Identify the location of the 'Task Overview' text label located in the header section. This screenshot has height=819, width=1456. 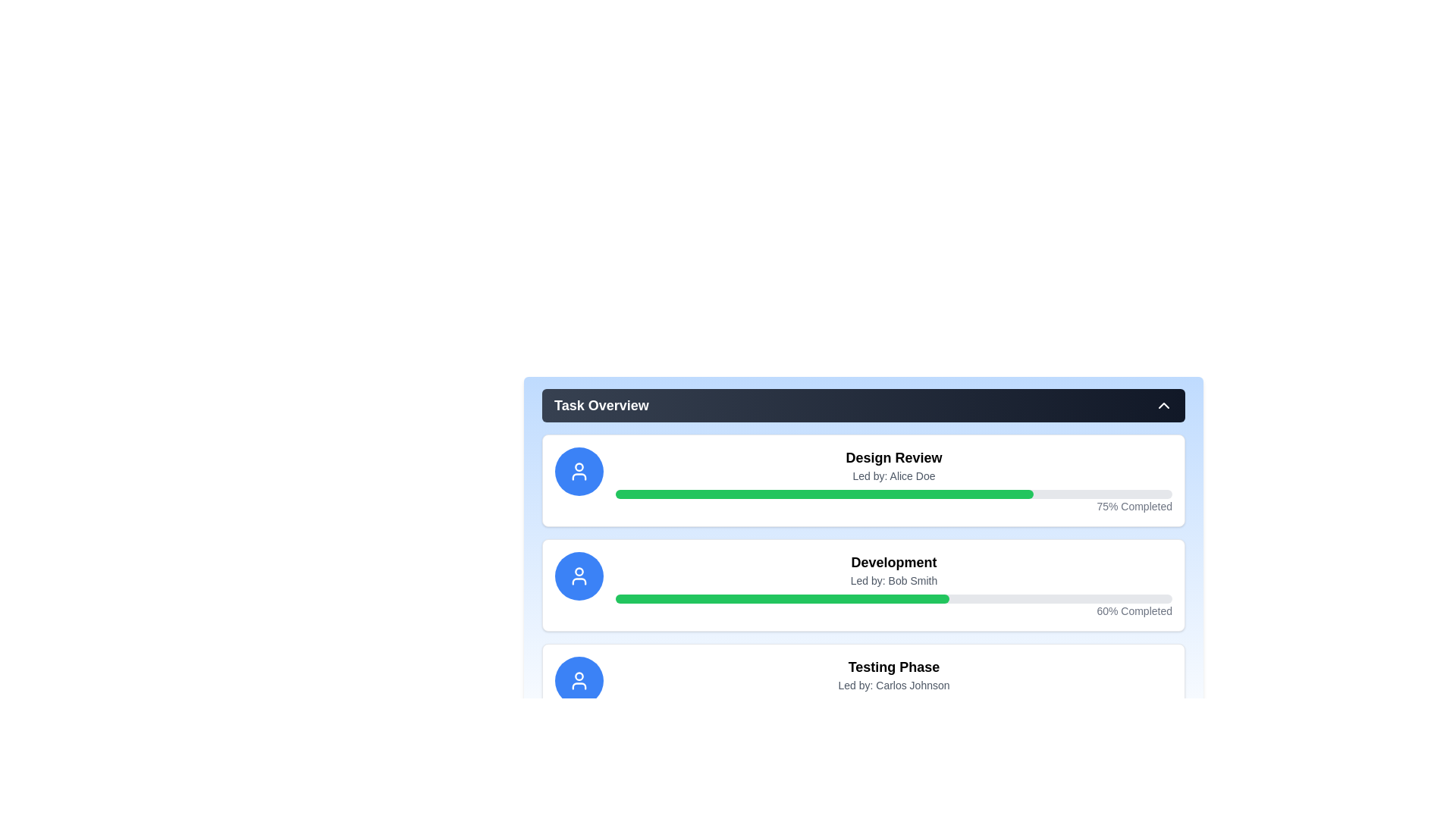
(601, 405).